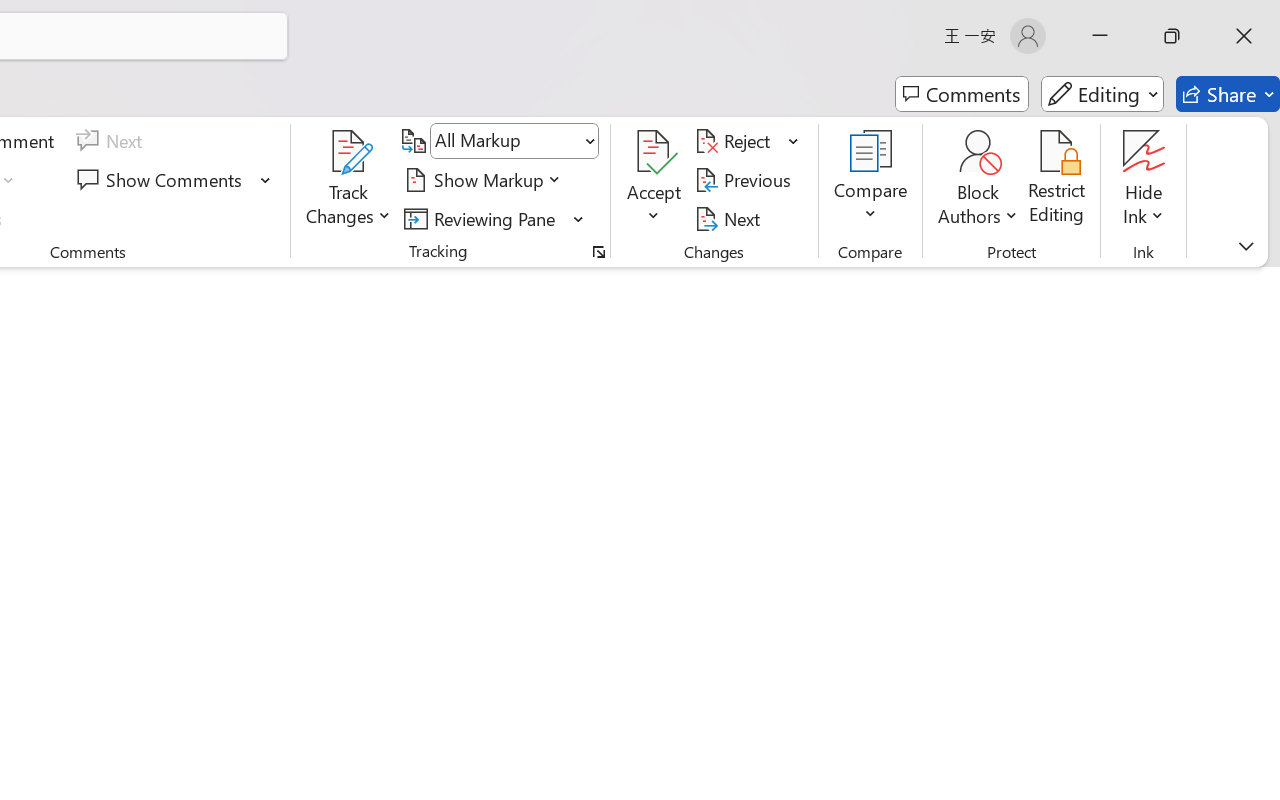 The image size is (1280, 800). I want to click on 'Close', so click(1243, 35).